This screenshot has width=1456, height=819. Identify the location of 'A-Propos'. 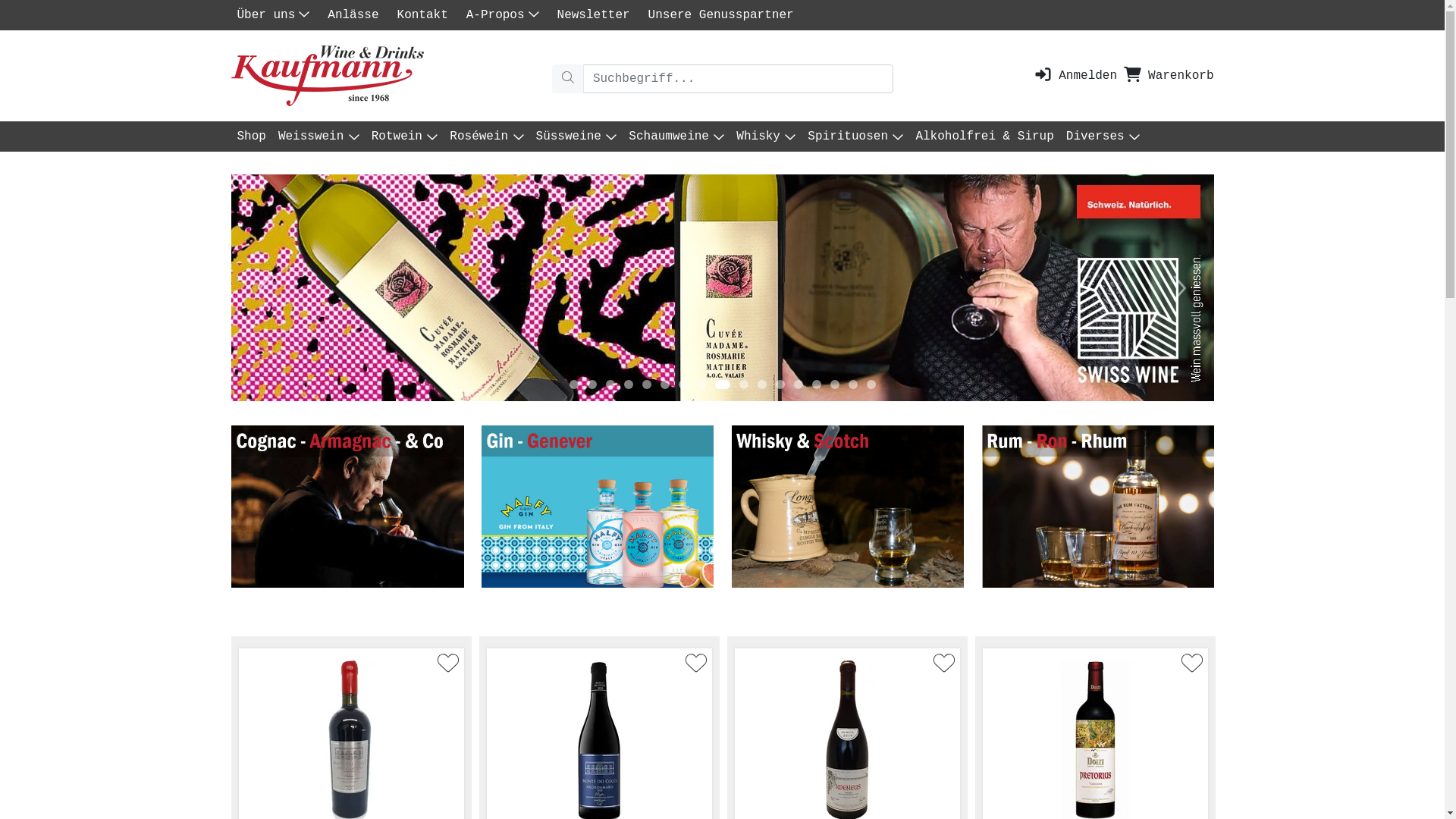
(506, 14).